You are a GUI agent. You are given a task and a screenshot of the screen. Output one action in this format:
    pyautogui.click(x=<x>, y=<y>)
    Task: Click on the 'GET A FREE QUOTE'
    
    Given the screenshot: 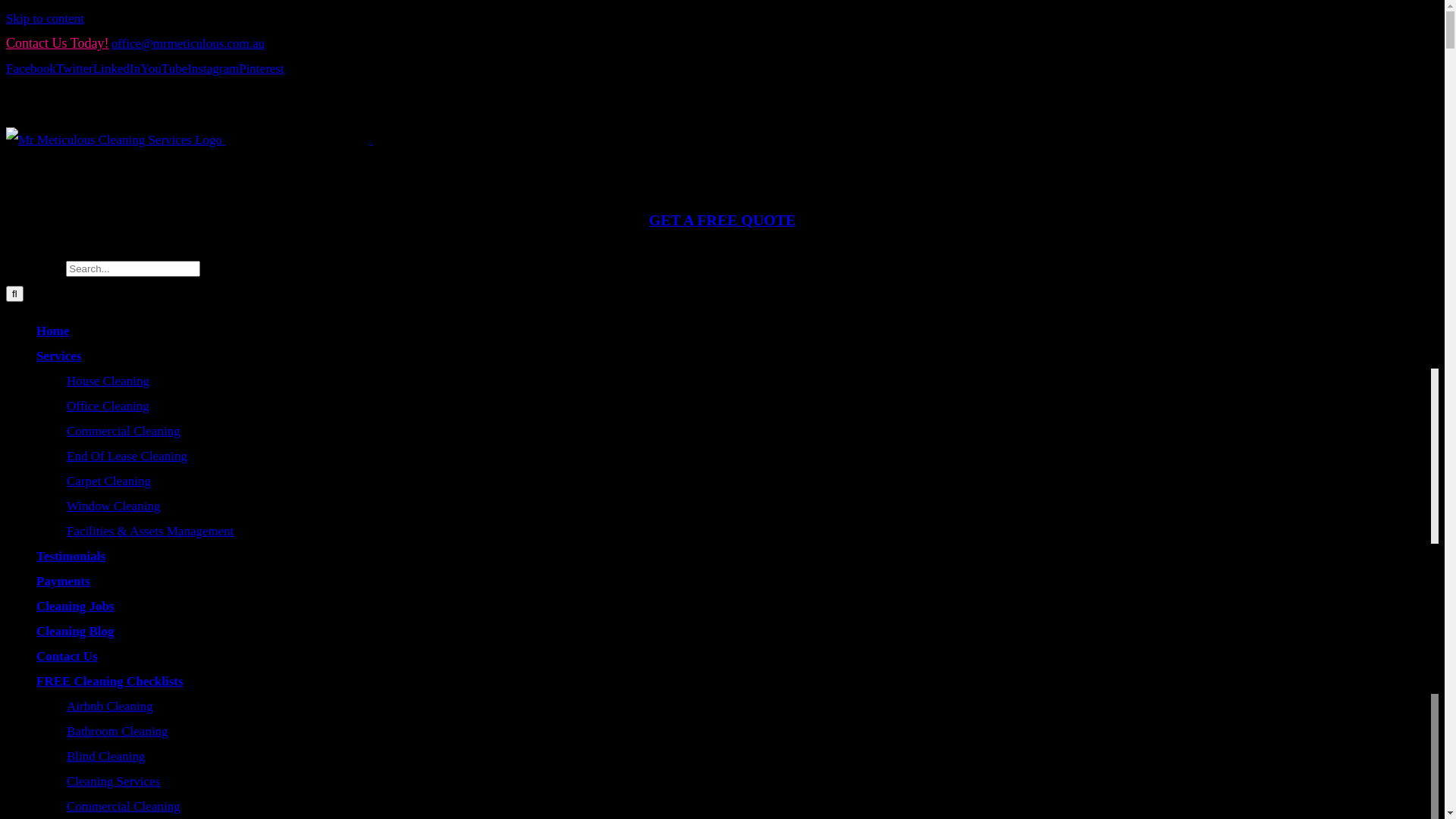 What is the action you would take?
    pyautogui.click(x=721, y=219)
    